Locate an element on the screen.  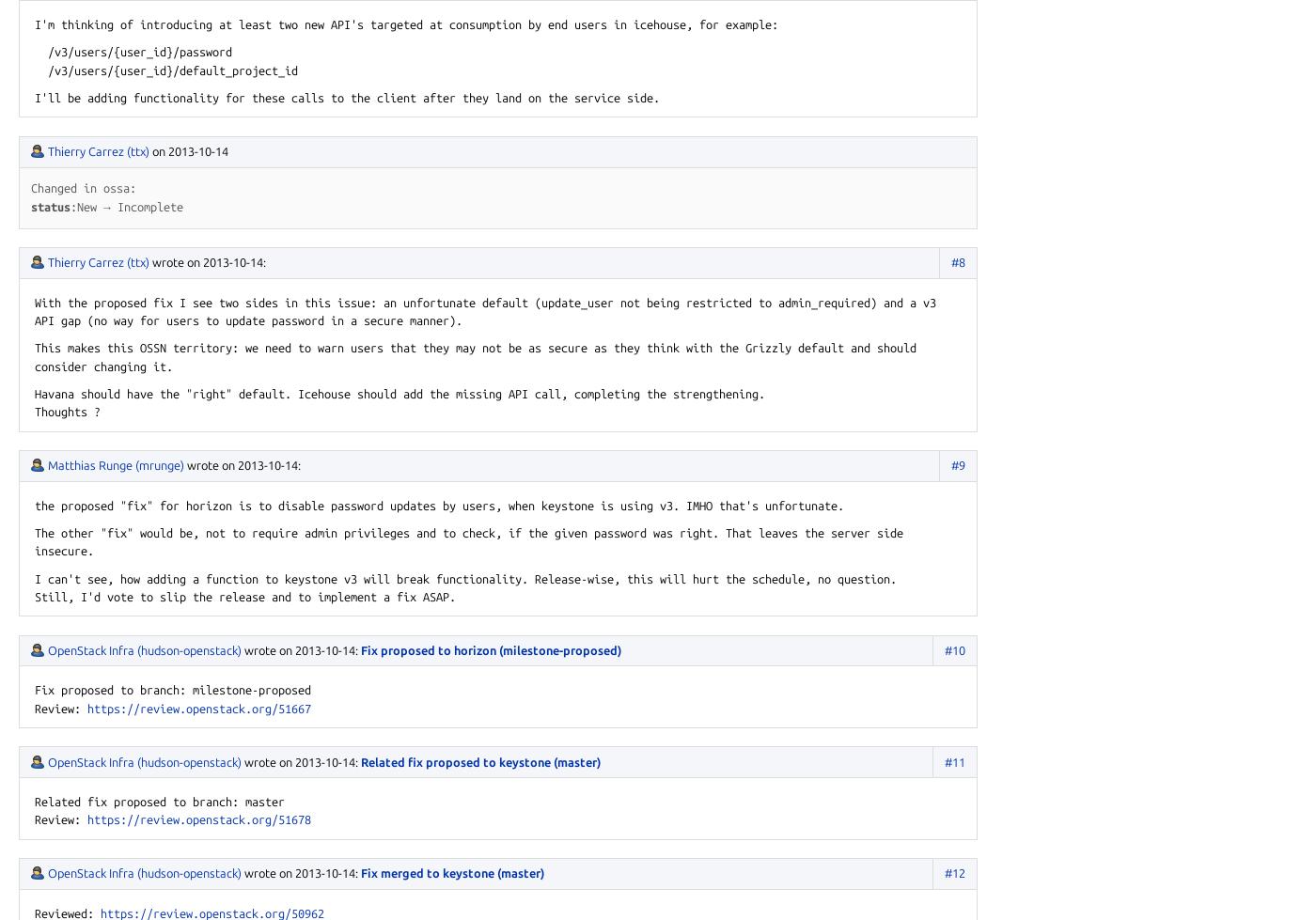
'the proposed "fix" for horizon is to disable password updates by users, when keystone is using v3. IMHO that's unfortunate.' is located at coordinates (439, 503).